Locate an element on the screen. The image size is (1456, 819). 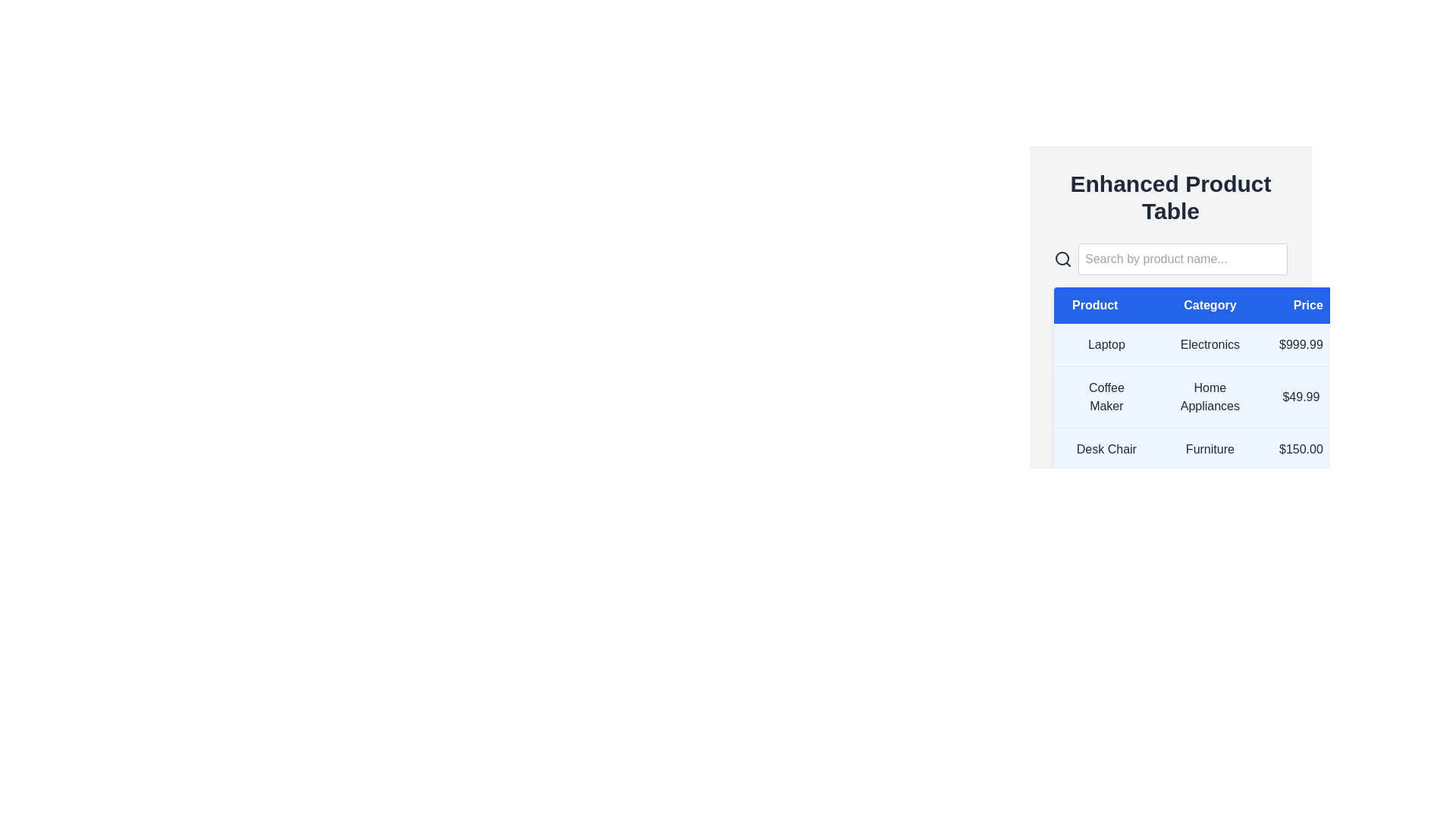
the prominently styled heading that reads 'Enhanced Product Table', which is located at the top of the section above the search bar is located at coordinates (1170, 197).